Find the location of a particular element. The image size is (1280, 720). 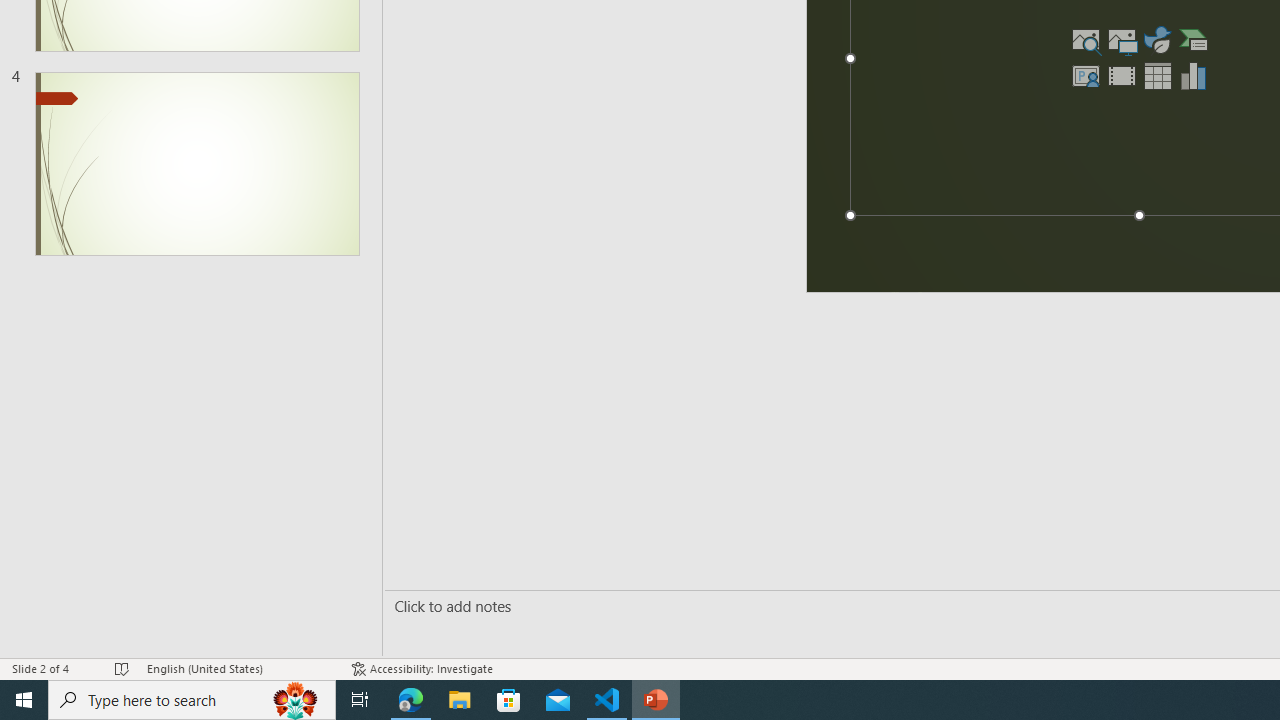

'Insert an Icon' is located at coordinates (1157, 39).